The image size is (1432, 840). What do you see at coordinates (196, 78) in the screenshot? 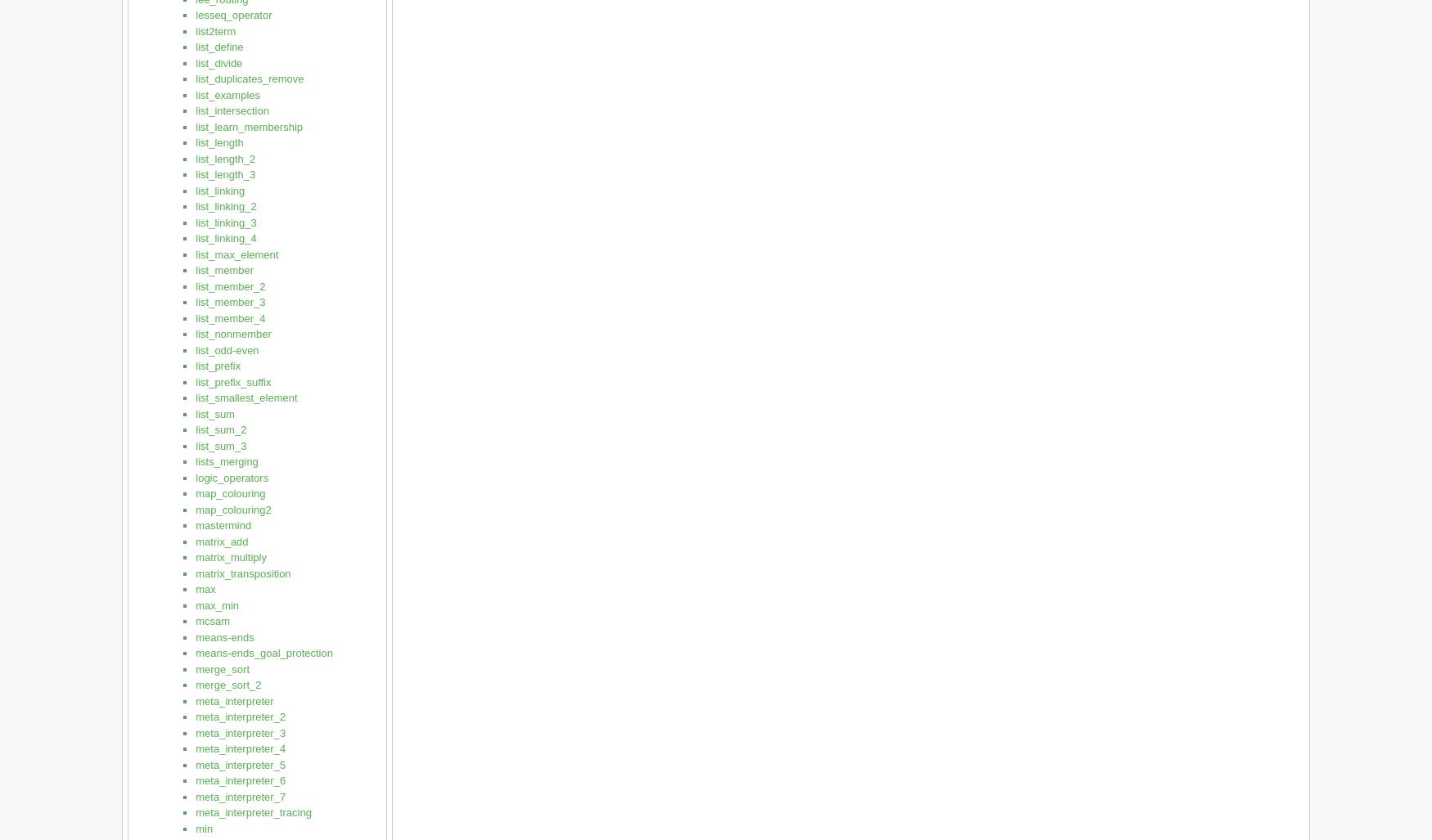
I see `'list_duplicates_remove'` at bounding box center [196, 78].